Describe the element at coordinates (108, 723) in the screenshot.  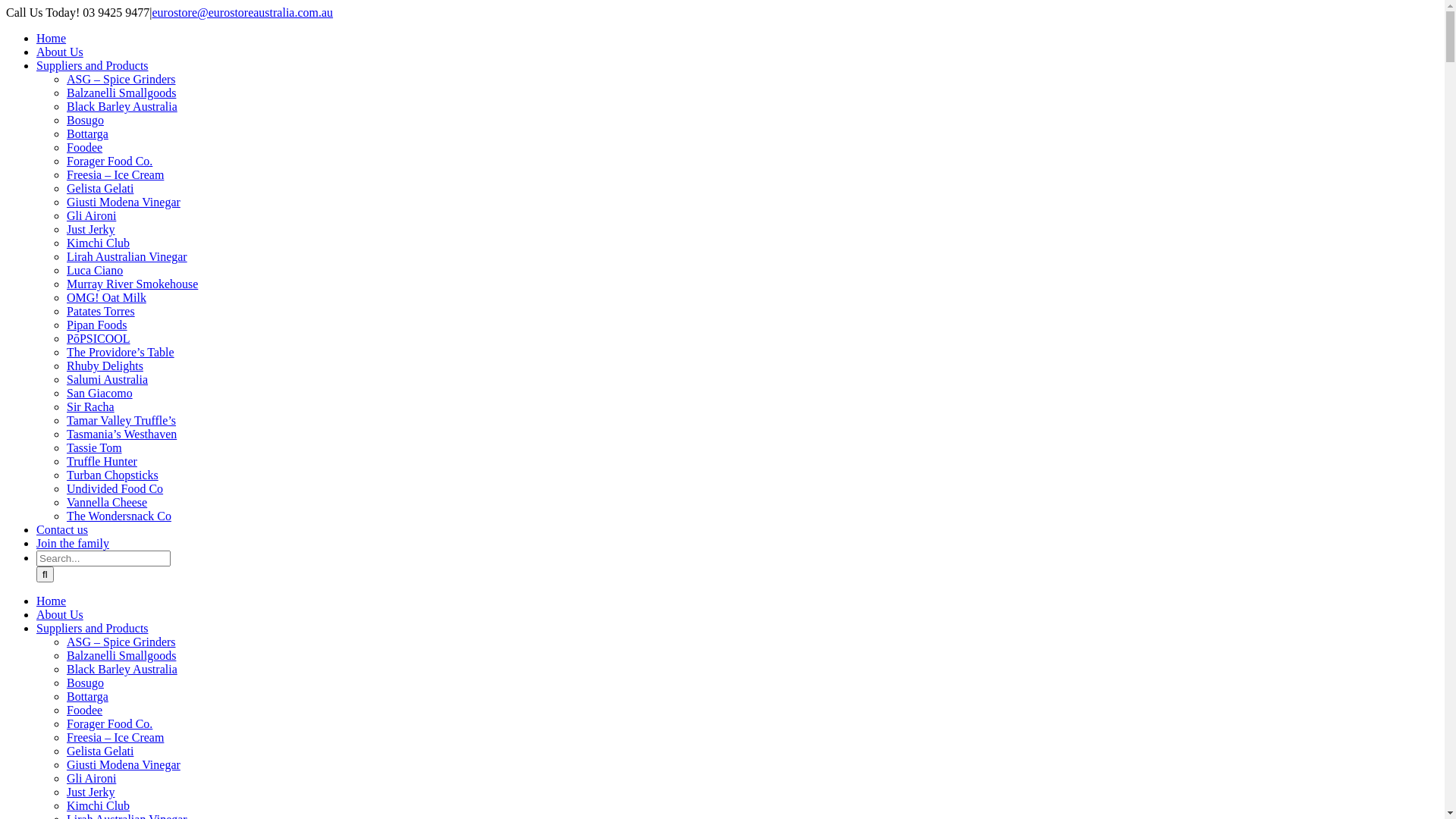
I see `'Forager Food Co.'` at that location.